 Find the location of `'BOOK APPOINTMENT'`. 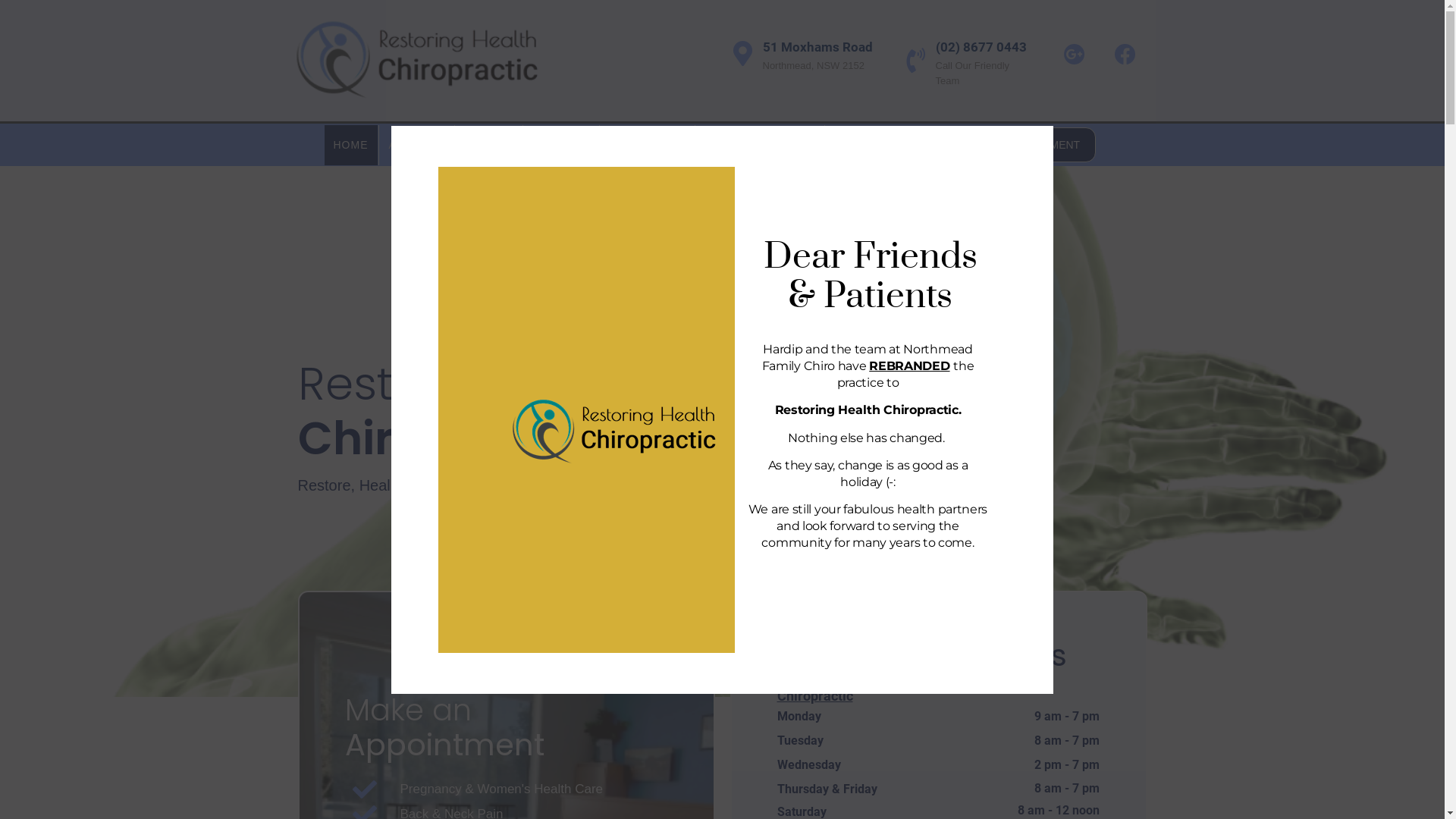

'BOOK APPOINTMENT' is located at coordinates (1015, 145).